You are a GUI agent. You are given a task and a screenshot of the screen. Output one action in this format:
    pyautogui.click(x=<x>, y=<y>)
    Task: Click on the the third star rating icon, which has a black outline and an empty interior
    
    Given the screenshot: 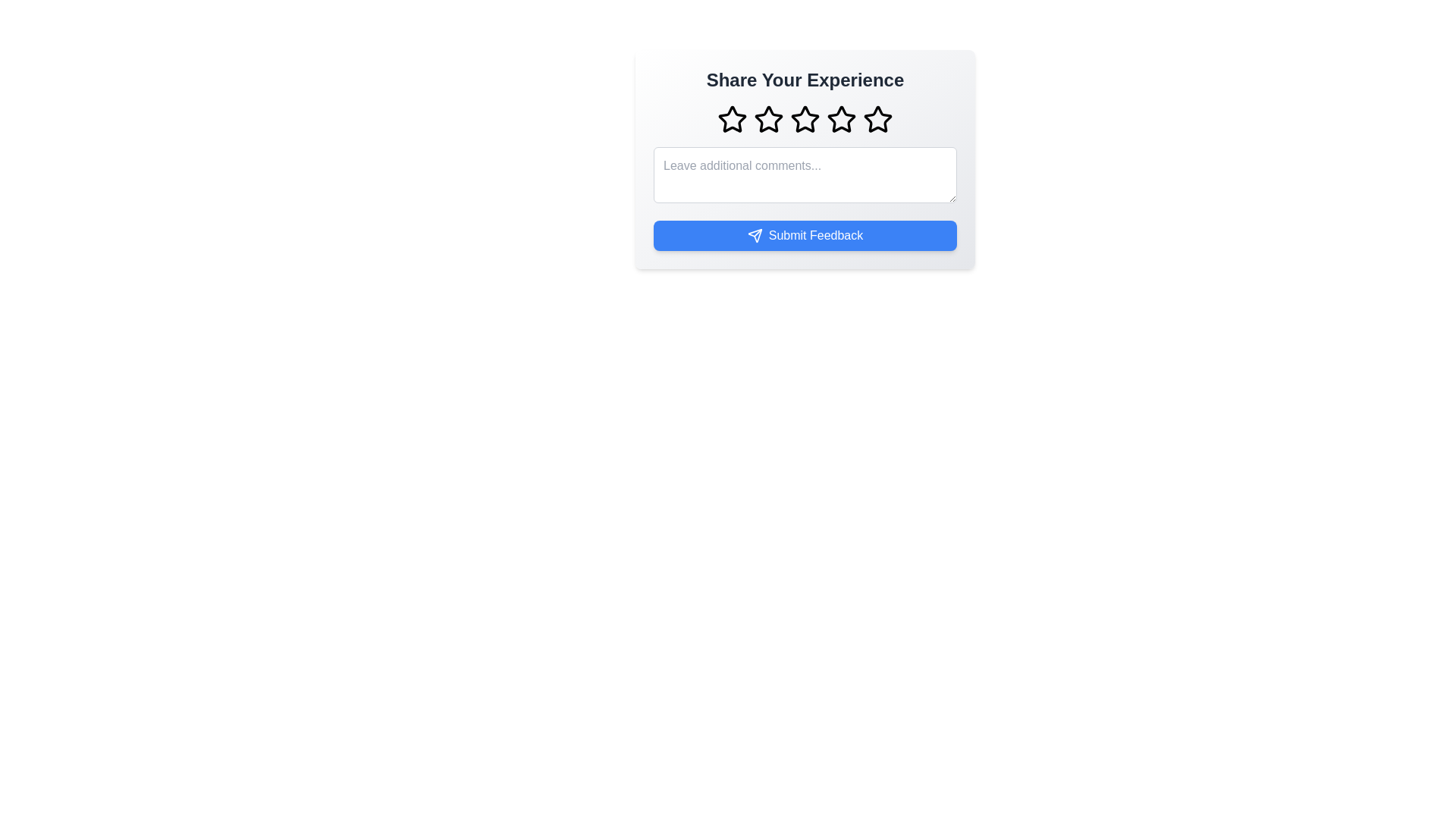 What is the action you would take?
    pyautogui.click(x=804, y=118)
    